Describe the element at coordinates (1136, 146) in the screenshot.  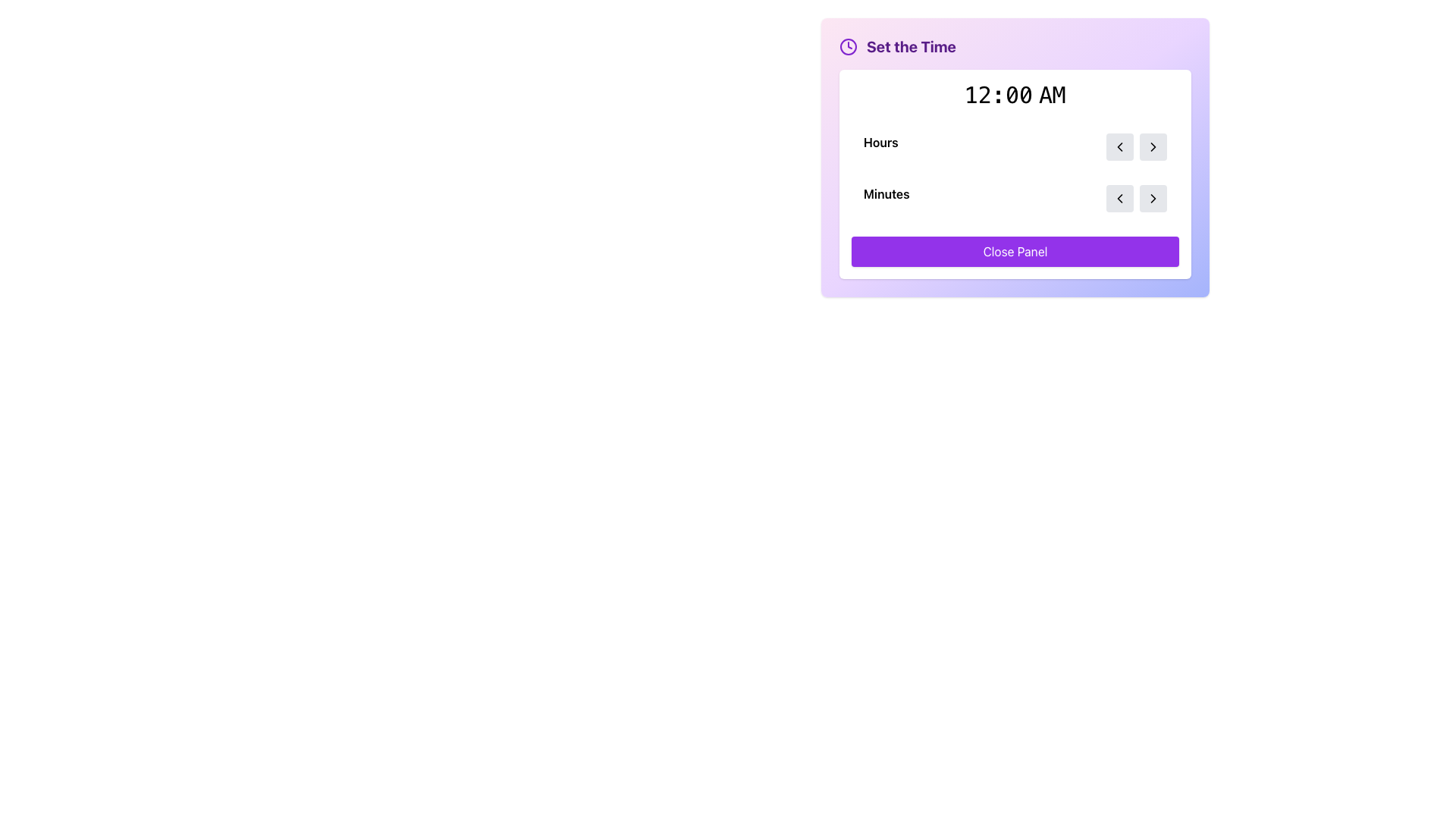
I see `the right-arrow button in the 'Hours' section to increment the hour value` at that location.